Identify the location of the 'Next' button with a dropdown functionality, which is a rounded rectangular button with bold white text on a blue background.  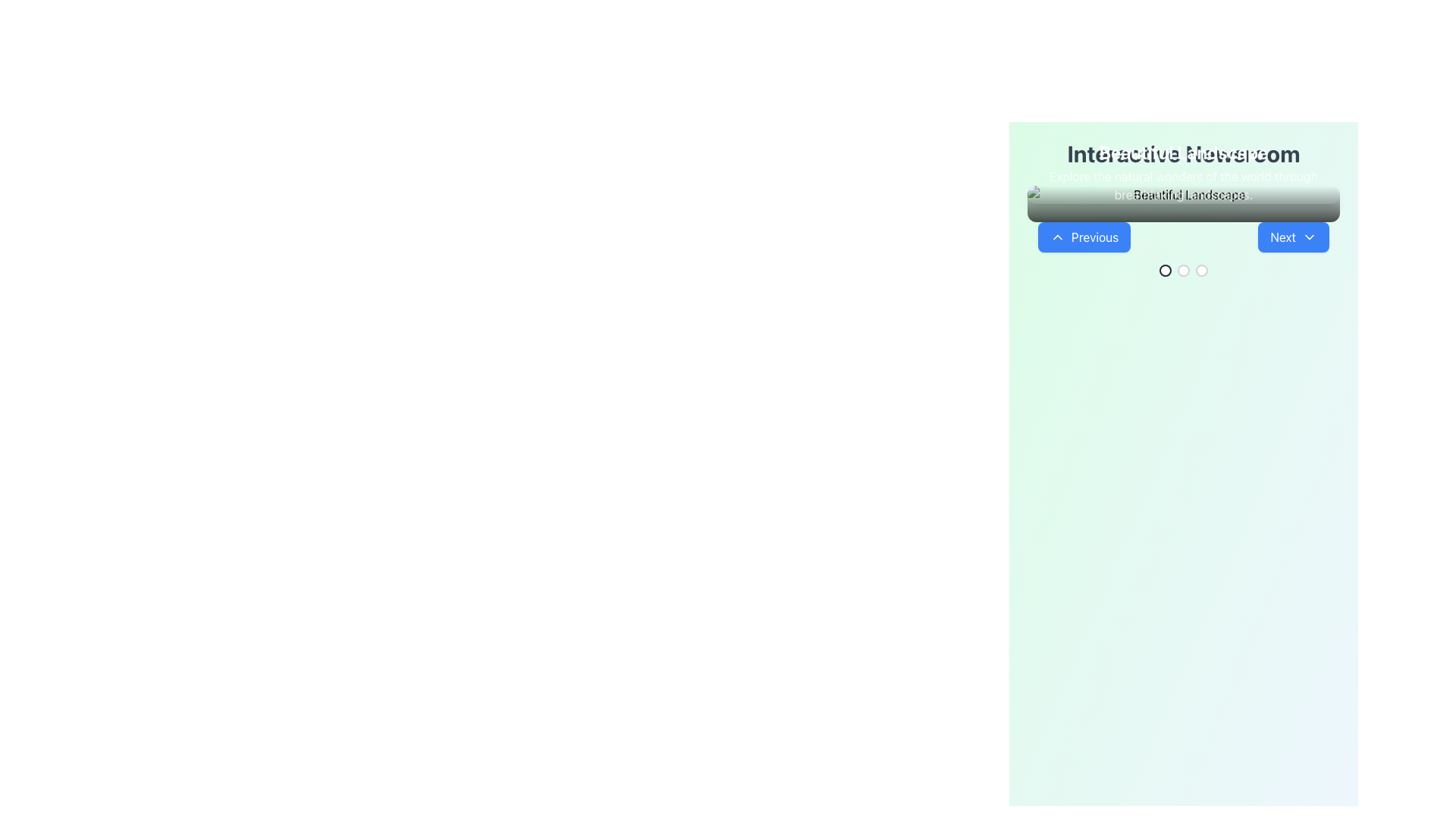
(1293, 237).